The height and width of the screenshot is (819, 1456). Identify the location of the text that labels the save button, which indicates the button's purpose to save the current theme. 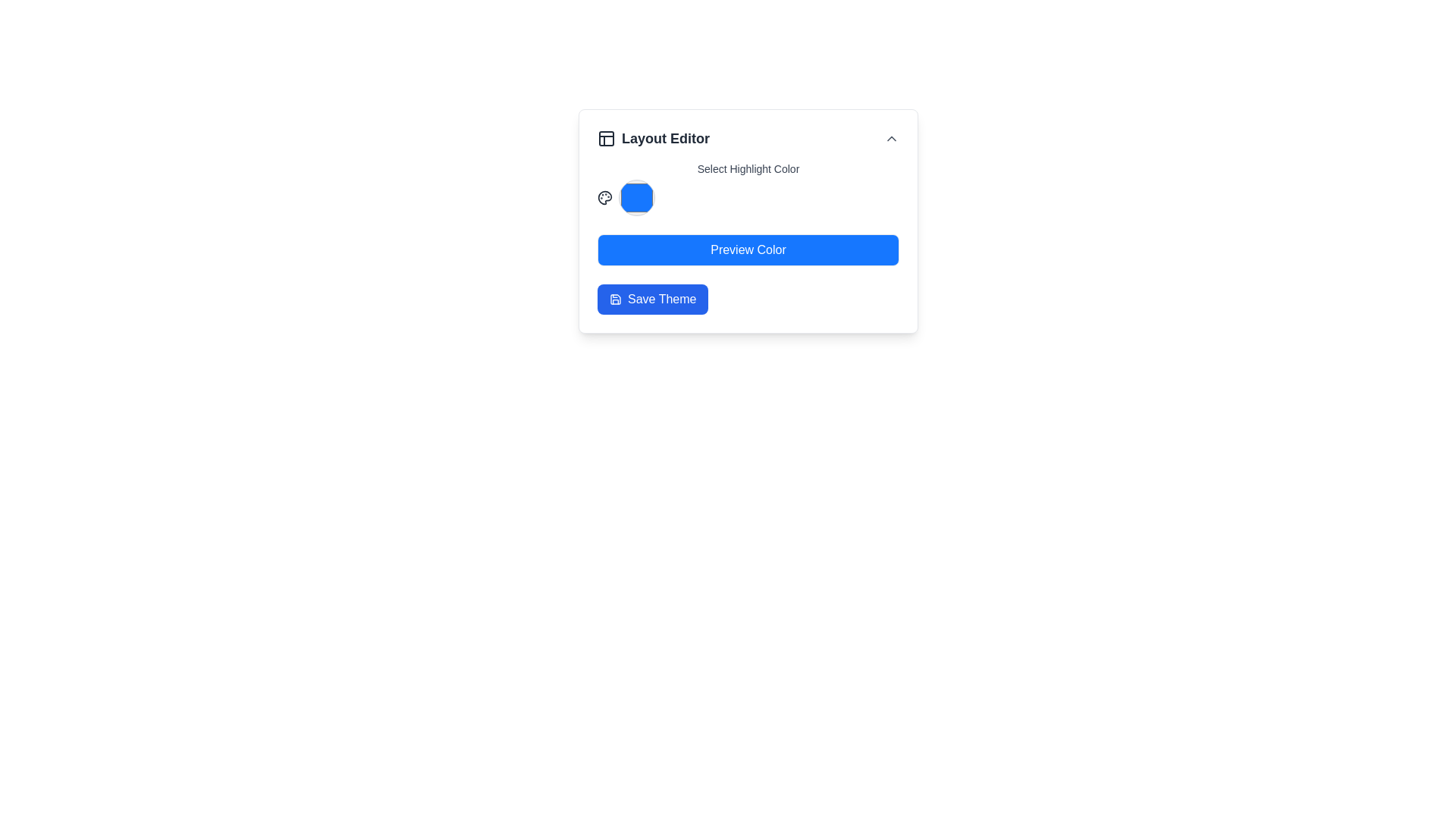
(662, 299).